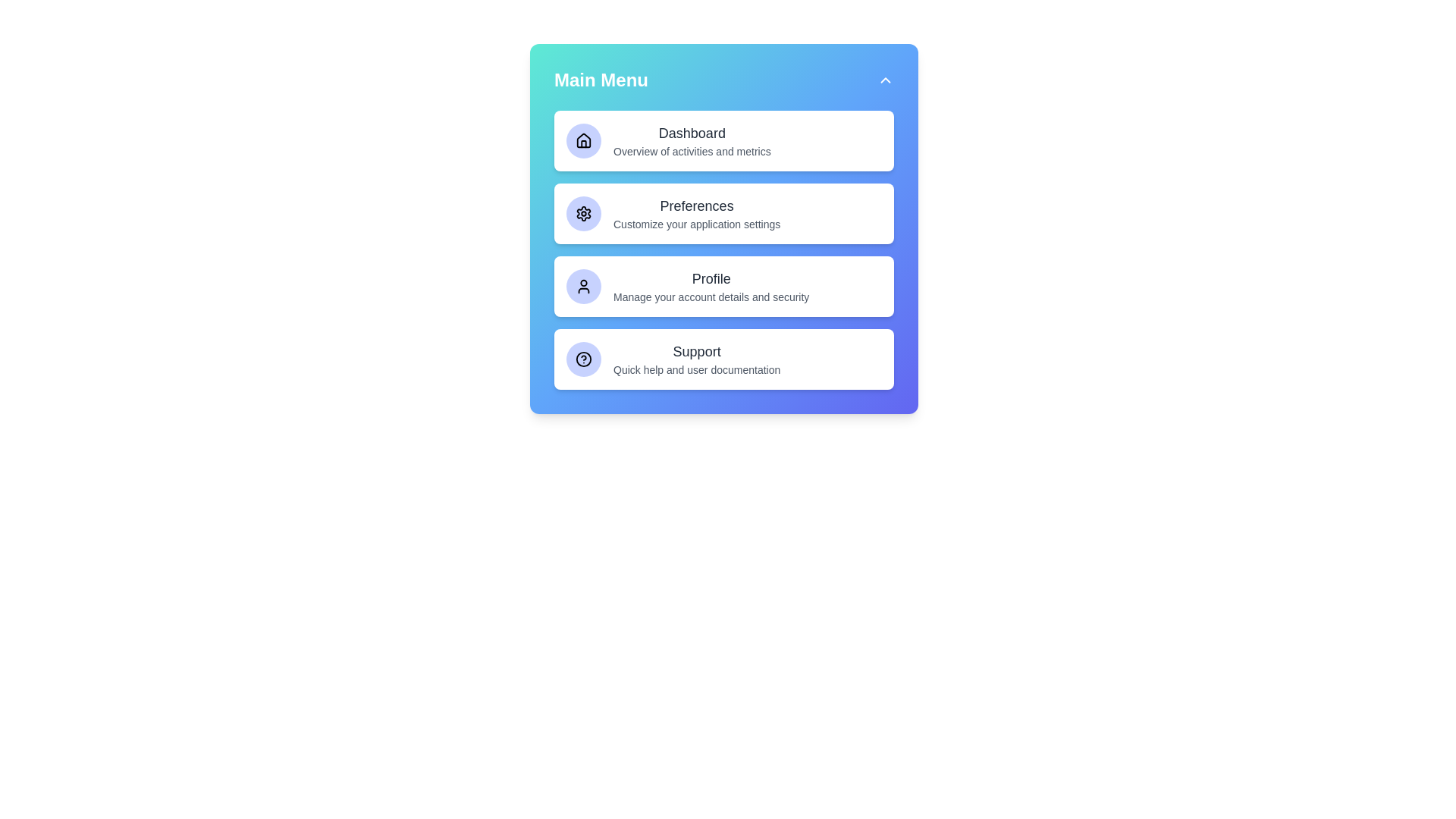 The width and height of the screenshot is (1456, 819). What do you see at coordinates (723, 287) in the screenshot?
I see `the menu option Profile` at bounding box center [723, 287].